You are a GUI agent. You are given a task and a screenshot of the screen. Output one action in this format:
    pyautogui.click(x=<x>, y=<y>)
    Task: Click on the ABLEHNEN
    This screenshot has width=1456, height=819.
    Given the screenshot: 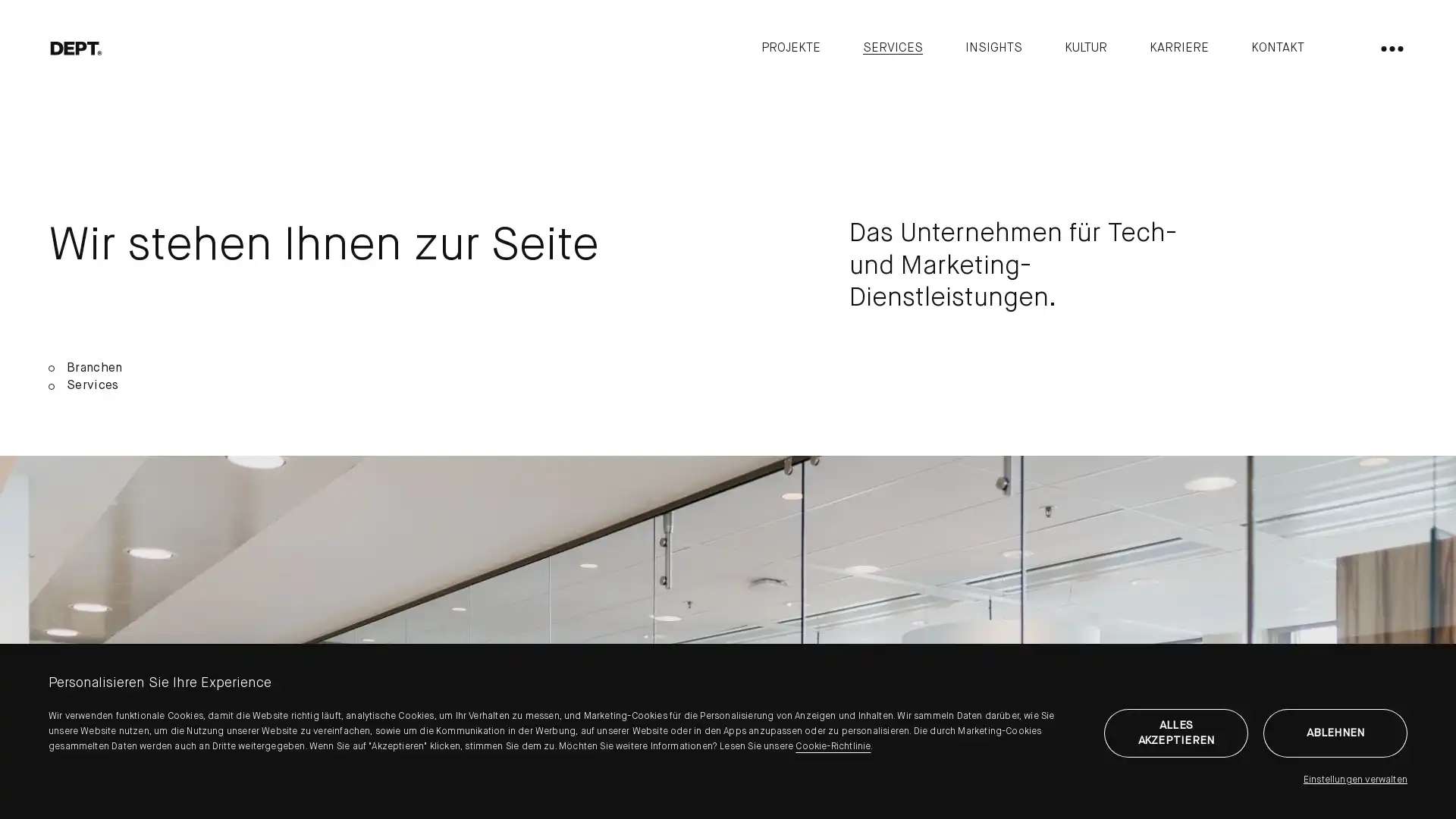 What is the action you would take?
    pyautogui.click(x=1335, y=733)
    